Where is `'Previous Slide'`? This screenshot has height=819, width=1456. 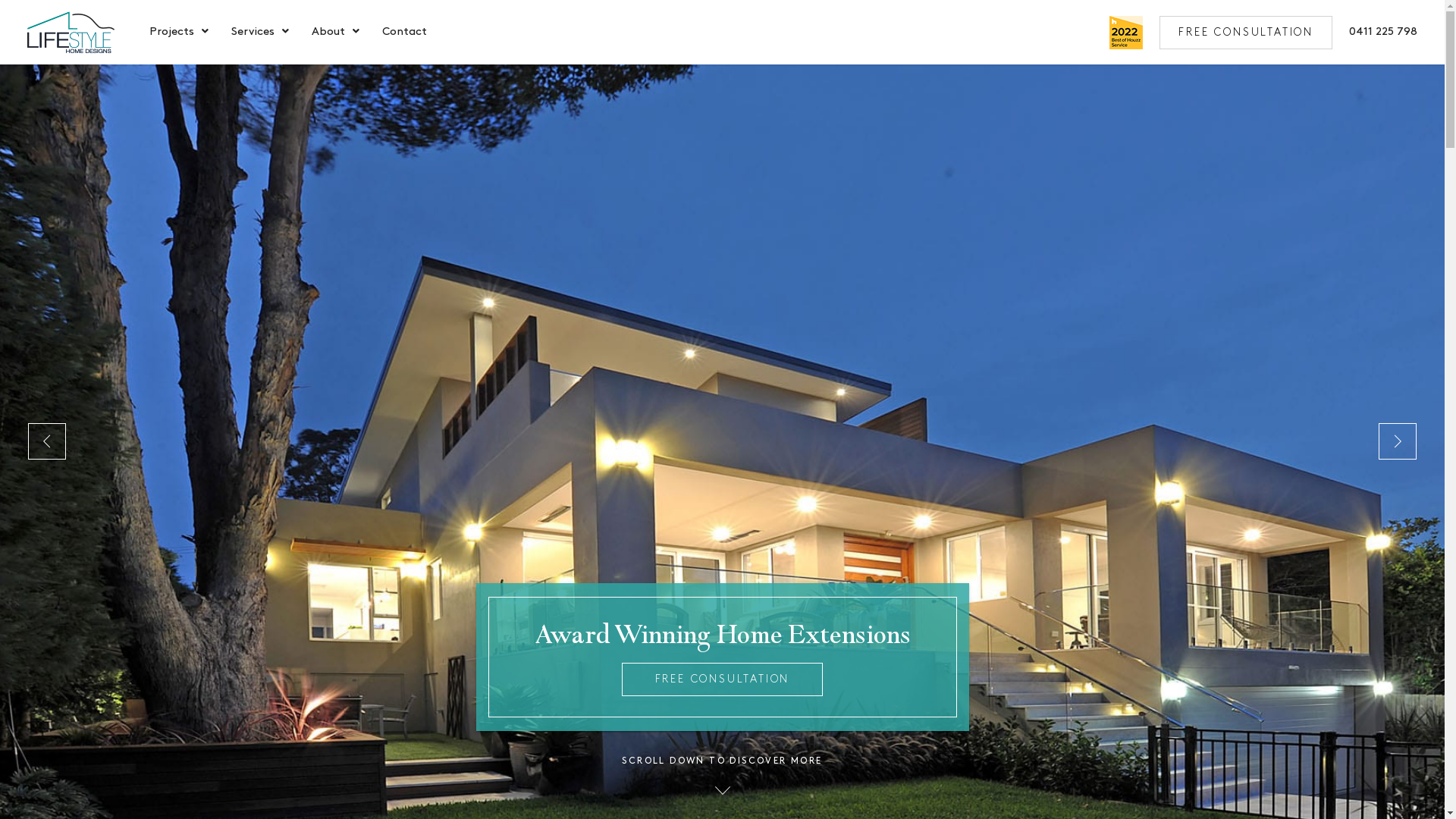
'Previous Slide' is located at coordinates (47, 441).